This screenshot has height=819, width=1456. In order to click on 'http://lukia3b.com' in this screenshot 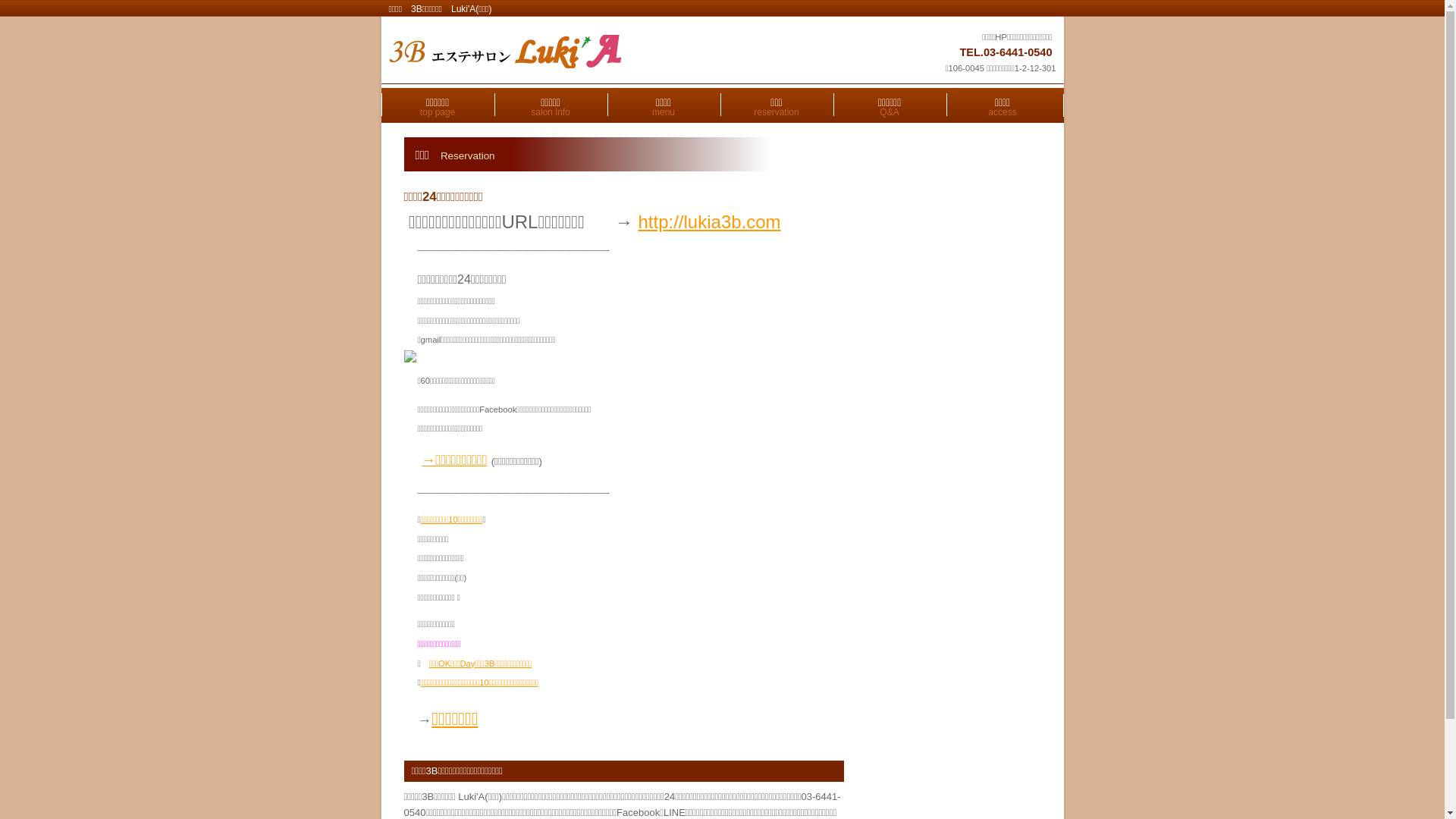, I will do `click(708, 221)`.